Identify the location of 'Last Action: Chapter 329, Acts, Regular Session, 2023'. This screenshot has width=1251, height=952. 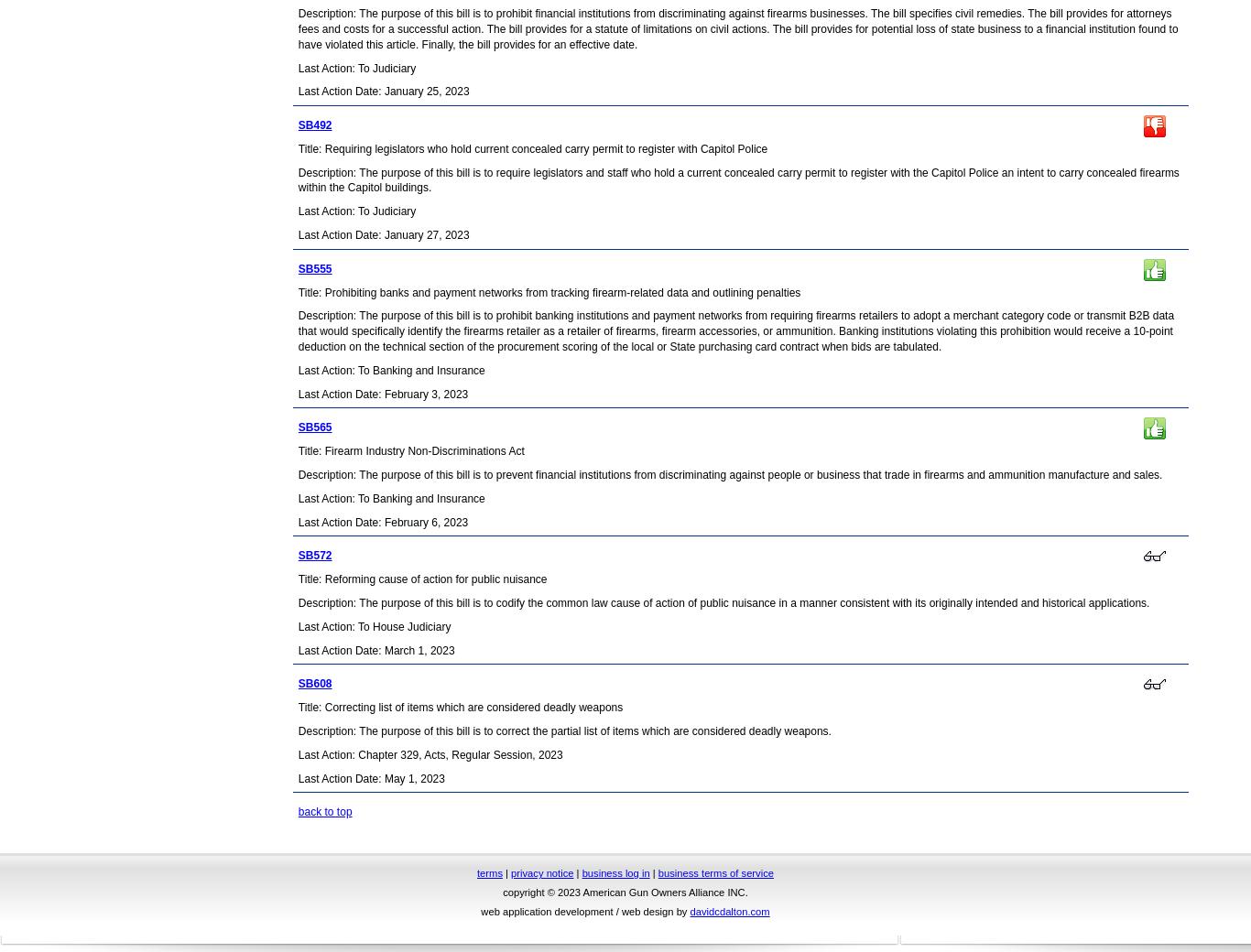
(297, 752).